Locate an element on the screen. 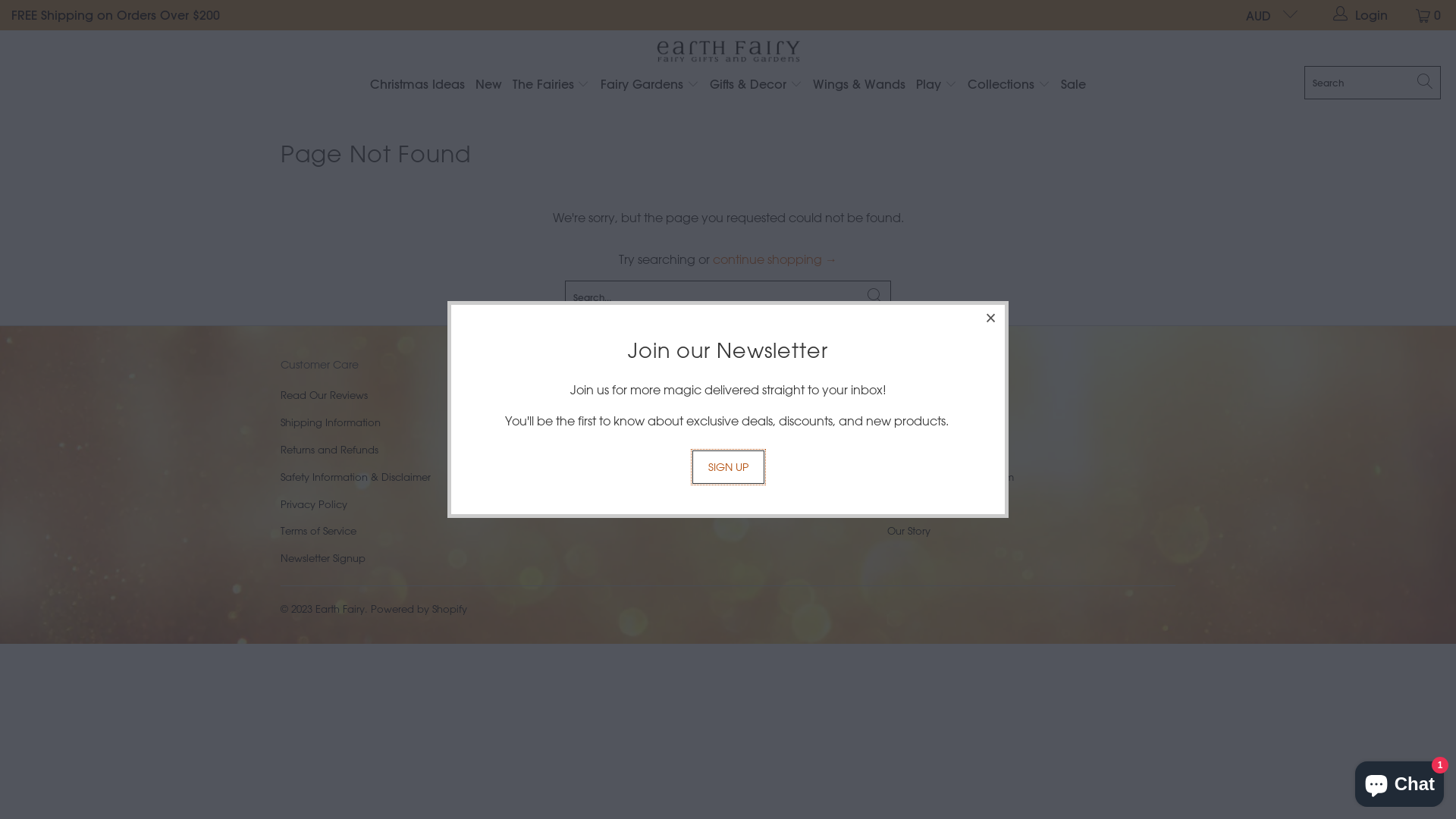 The height and width of the screenshot is (819, 1456). 'Read Our Reviews' is located at coordinates (323, 394).